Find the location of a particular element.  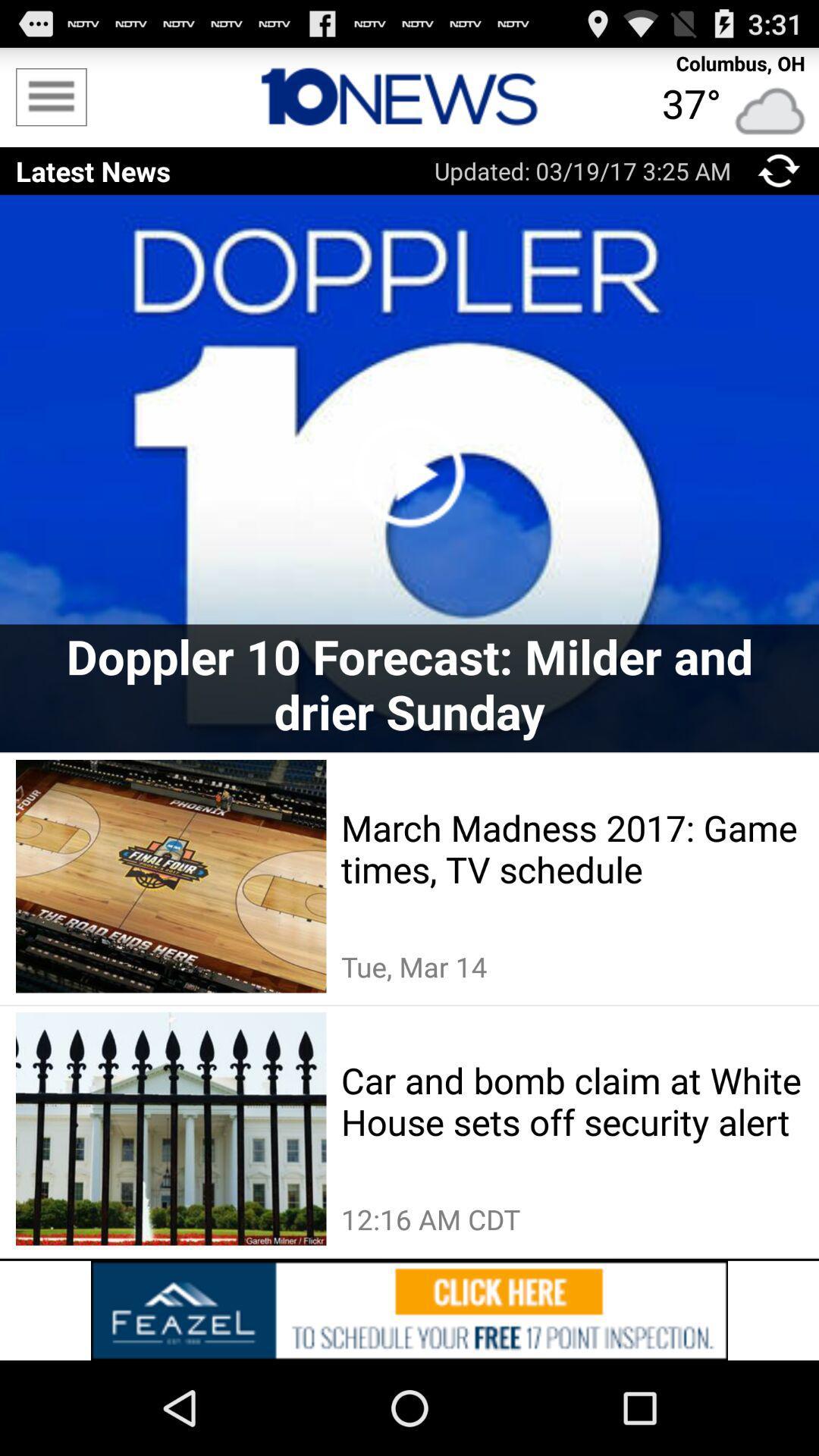

the menu icon is located at coordinates (50, 103).